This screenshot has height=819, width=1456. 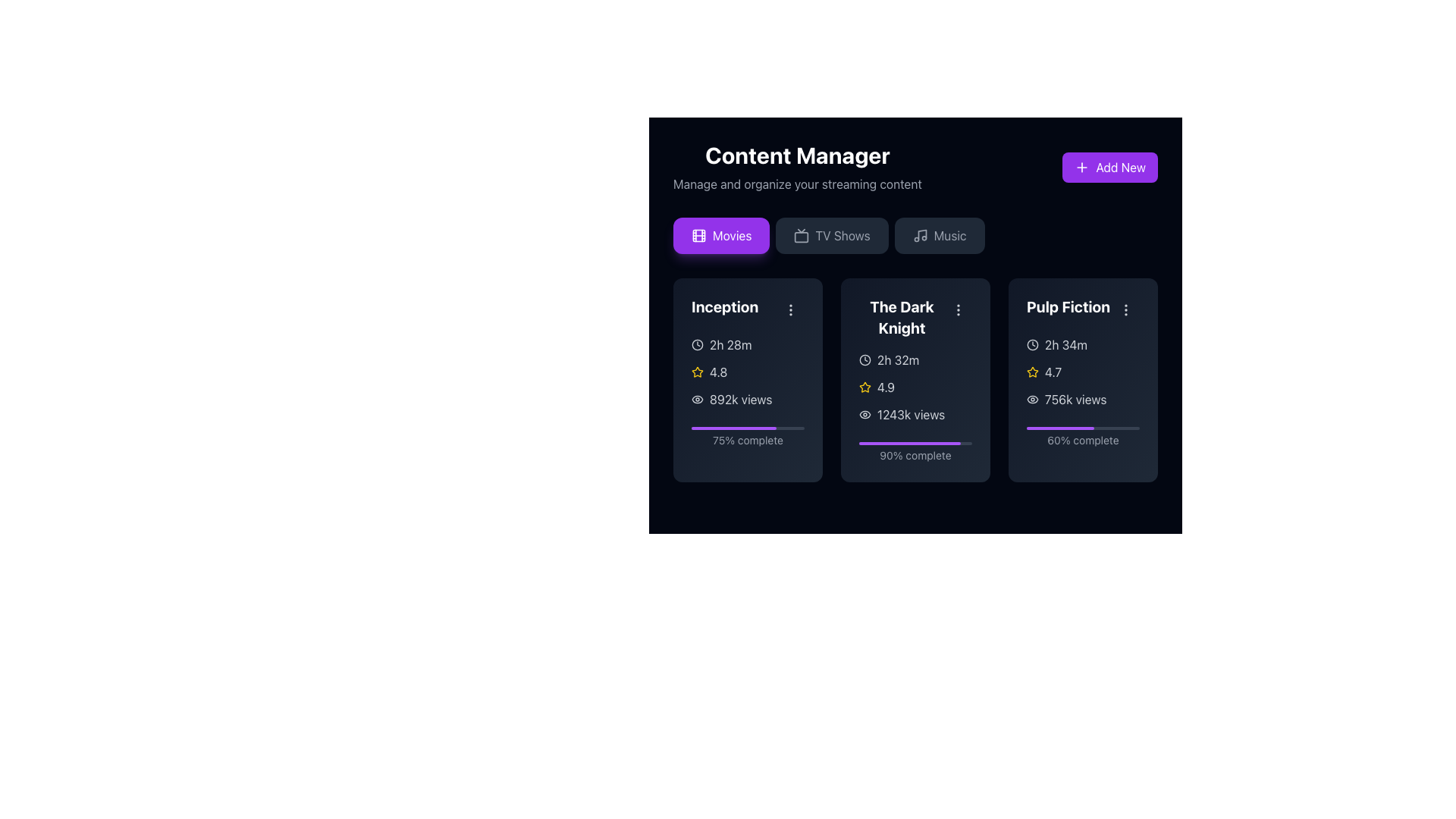 What do you see at coordinates (748, 345) in the screenshot?
I see `the static informational label displaying the time '2h 28m' with a clock icon, located in the top-left section of the 'Inception' movie card` at bounding box center [748, 345].